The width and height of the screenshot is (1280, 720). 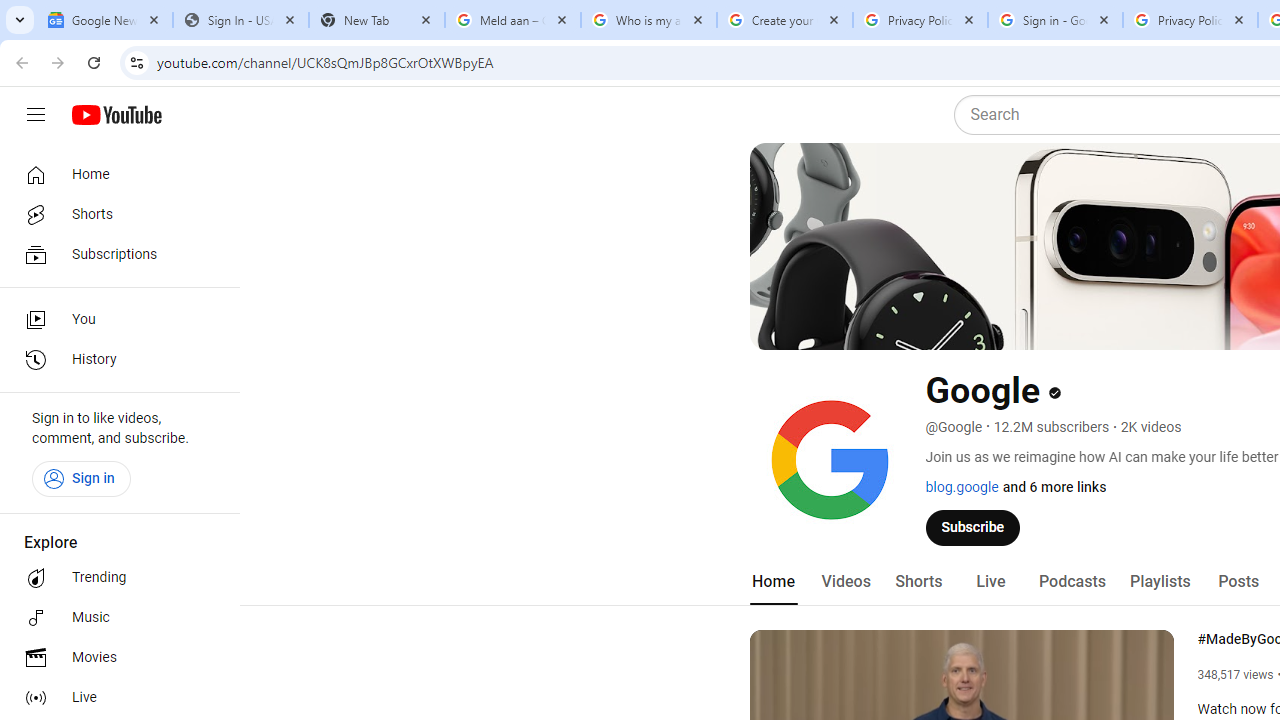 What do you see at coordinates (112, 617) in the screenshot?
I see `'Music'` at bounding box center [112, 617].